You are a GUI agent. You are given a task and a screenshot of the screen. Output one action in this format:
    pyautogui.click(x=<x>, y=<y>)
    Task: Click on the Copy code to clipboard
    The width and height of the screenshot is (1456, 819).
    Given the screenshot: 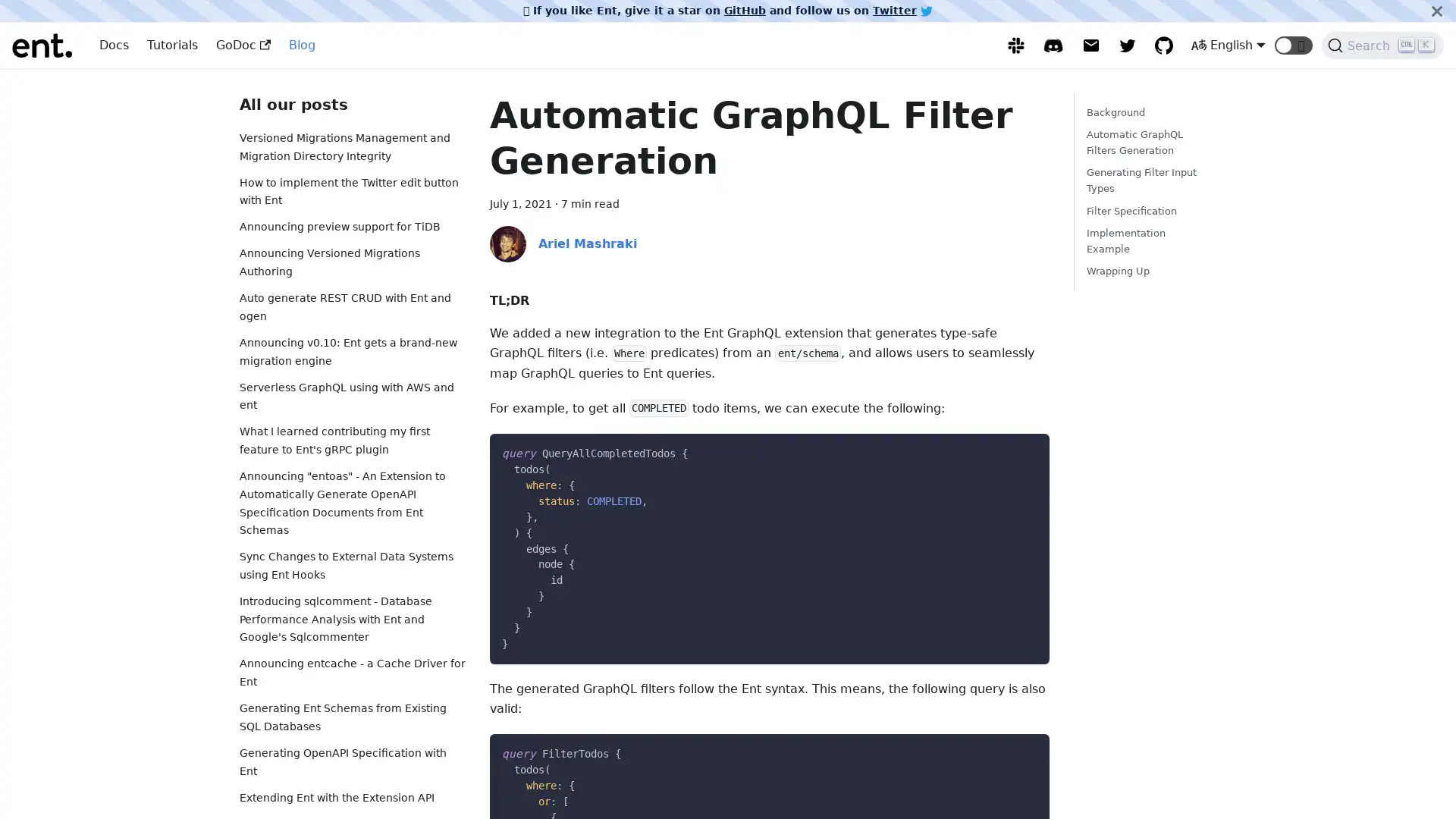 What is the action you would take?
    pyautogui.click(x=1024, y=751)
    